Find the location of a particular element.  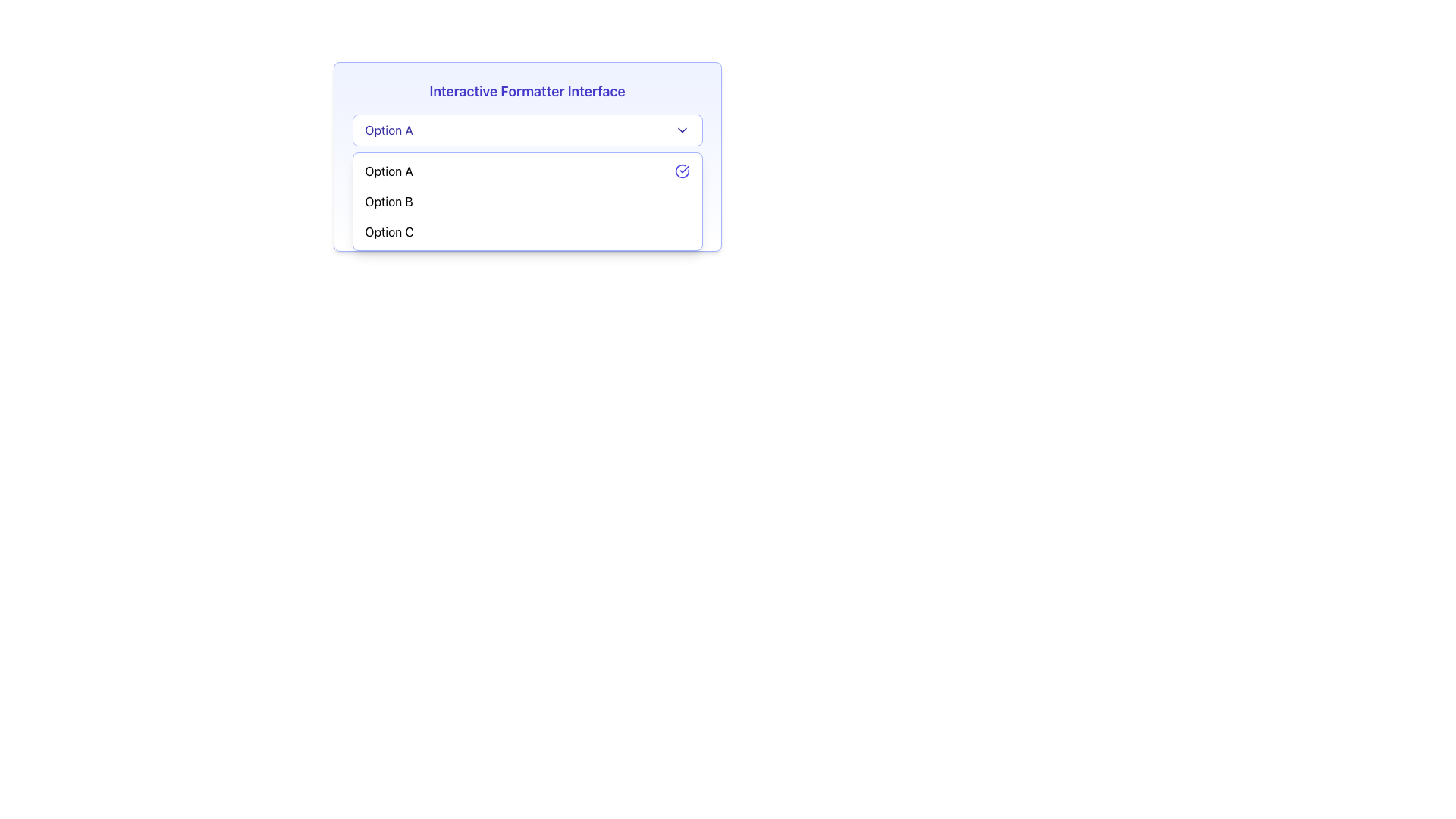

the indigo checkmark icon within a circle located to the right of the 'Option A' label in the dropdown menu is located at coordinates (681, 171).